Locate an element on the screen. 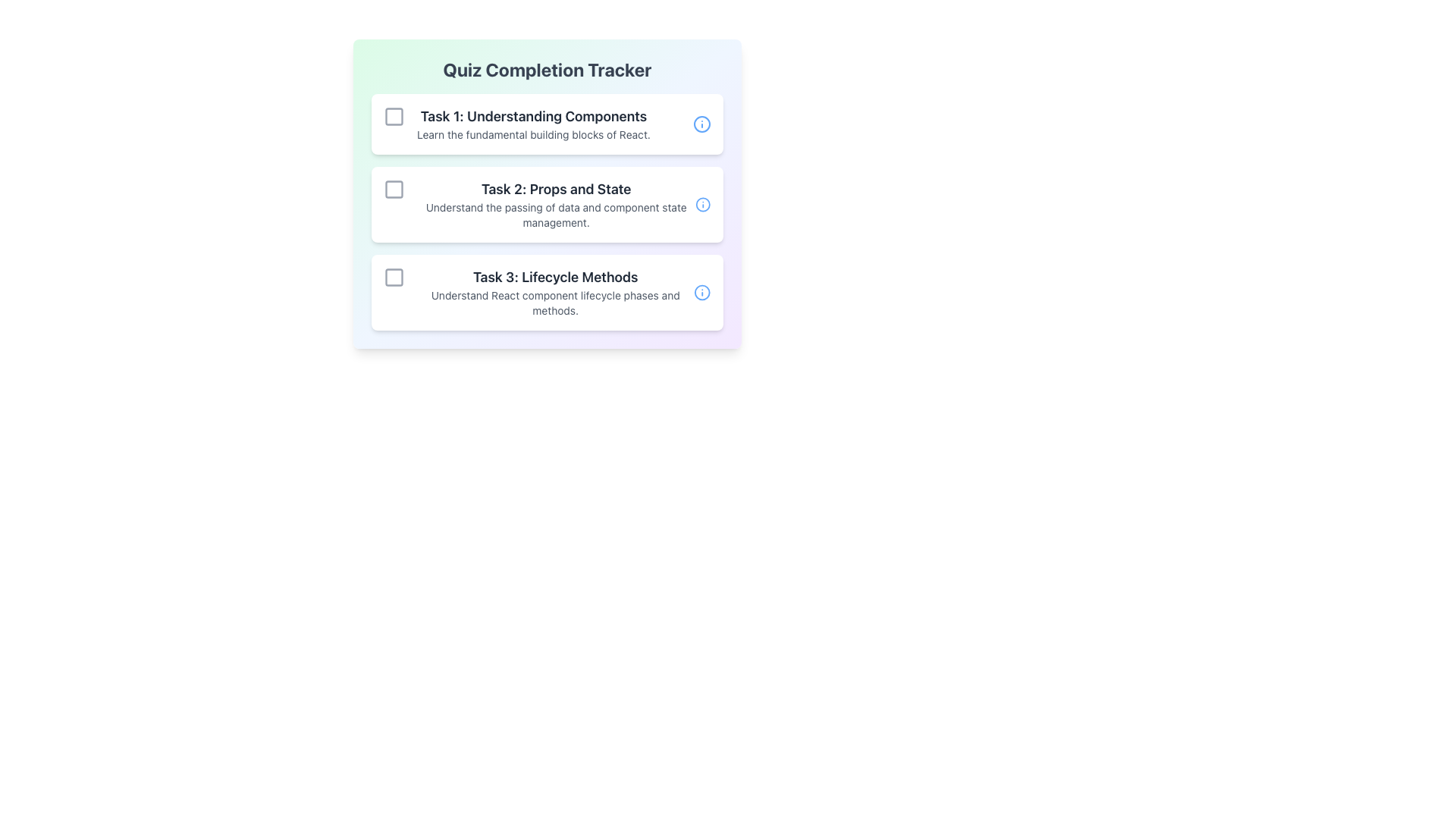 The height and width of the screenshot is (819, 1456). the text label that provides additional information for 'Task 1,' positioned below 'Task 1: Understanding Components' in the task card is located at coordinates (533, 133).